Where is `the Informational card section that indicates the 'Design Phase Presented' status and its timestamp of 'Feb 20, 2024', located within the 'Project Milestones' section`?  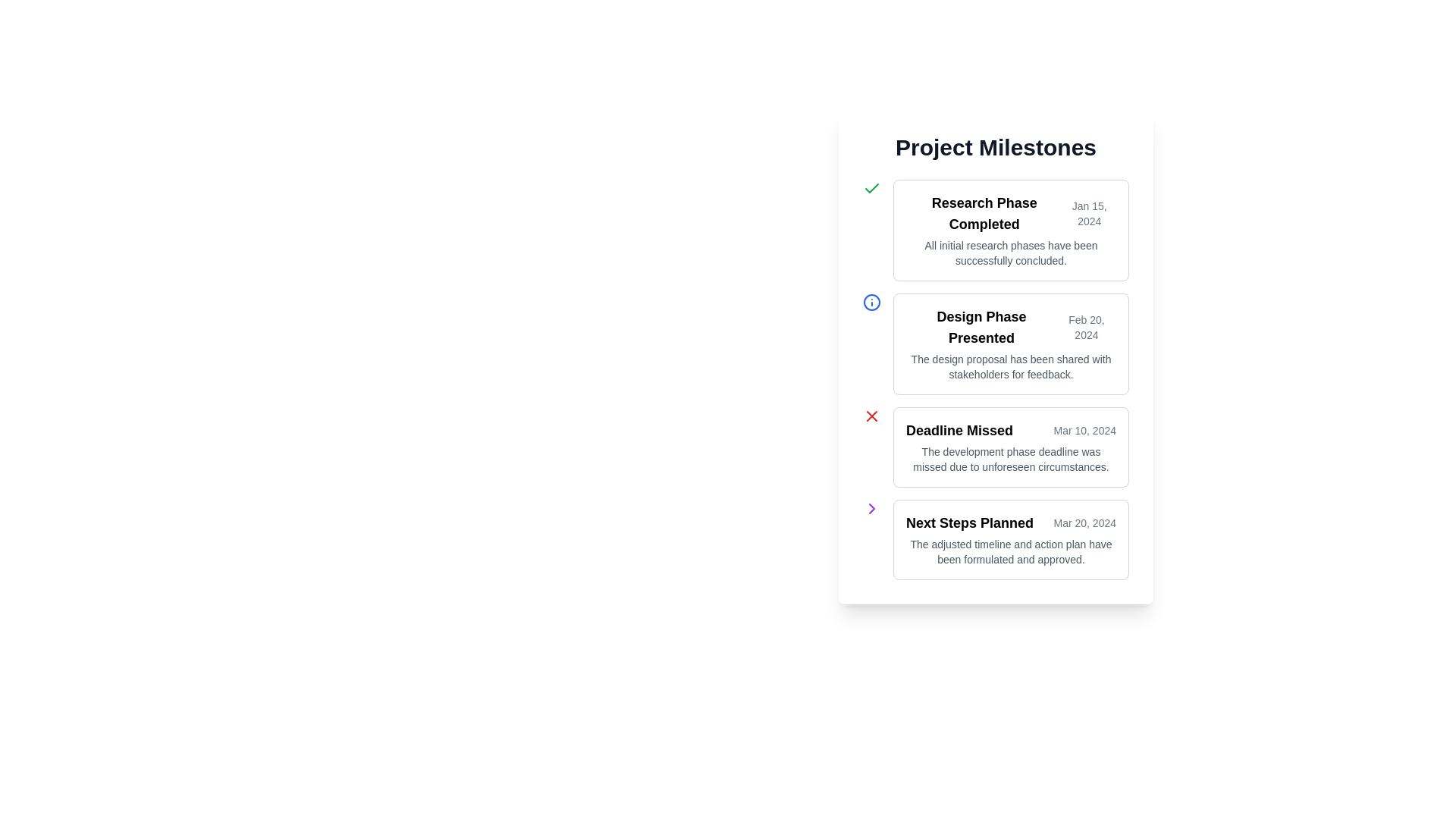 the Informational card section that indicates the 'Design Phase Presented' status and its timestamp of 'Feb 20, 2024', located within the 'Project Milestones' section is located at coordinates (1011, 327).